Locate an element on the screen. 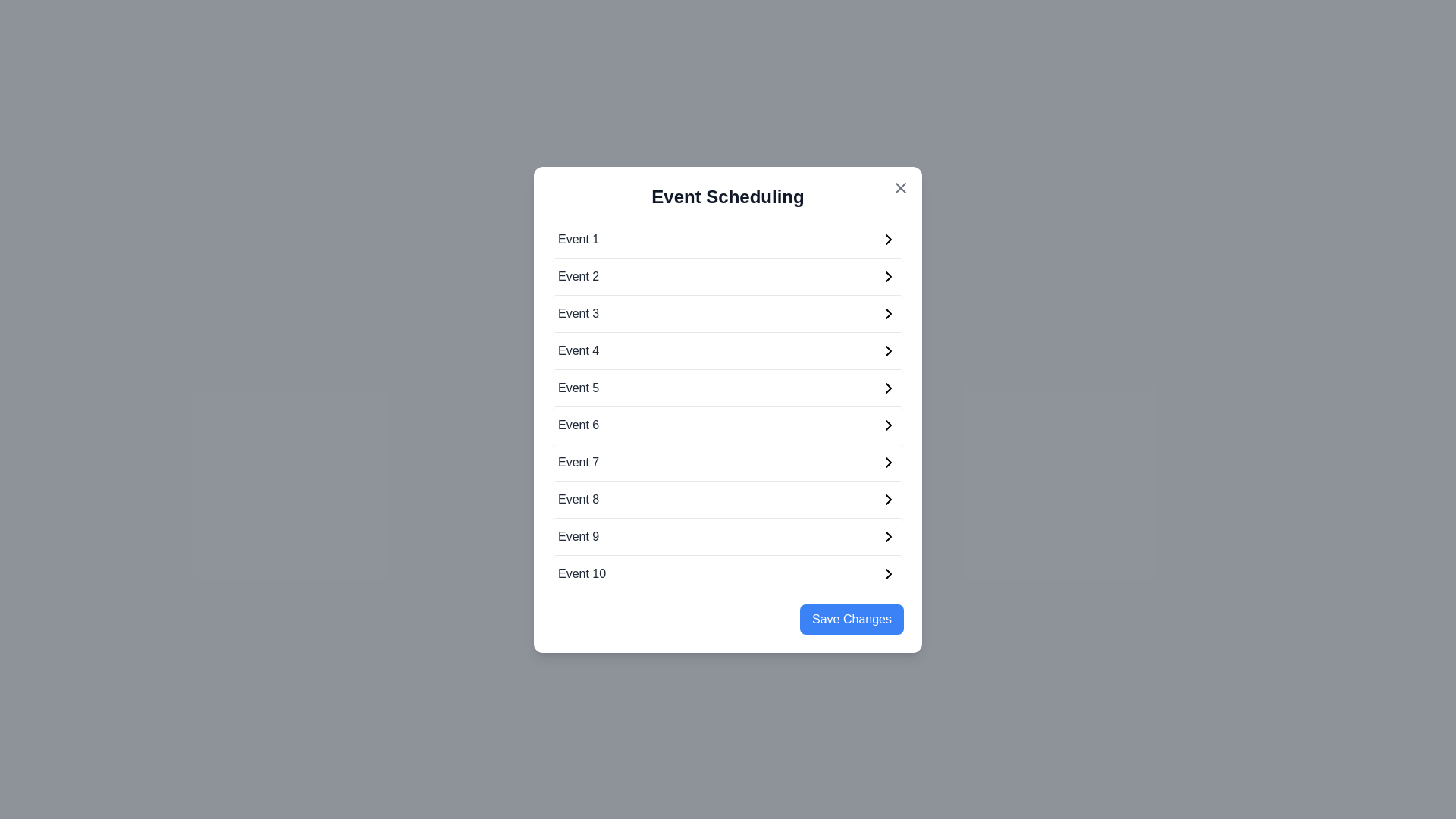 This screenshot has width=1456, height=819. the close button at the top-right corner of the dialog is located at coordinates (901, 187).